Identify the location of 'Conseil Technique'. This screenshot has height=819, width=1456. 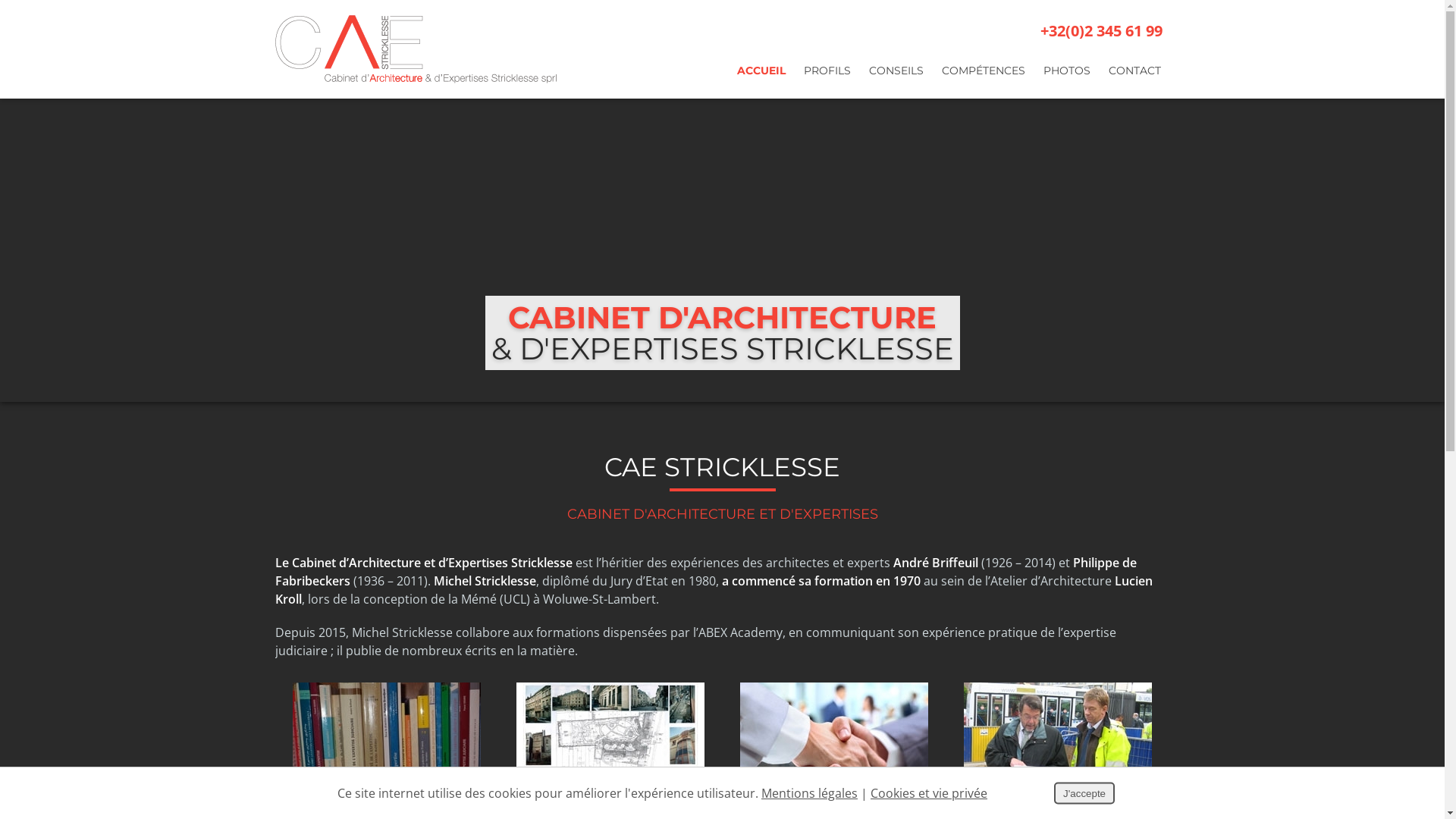
(1057, 745).